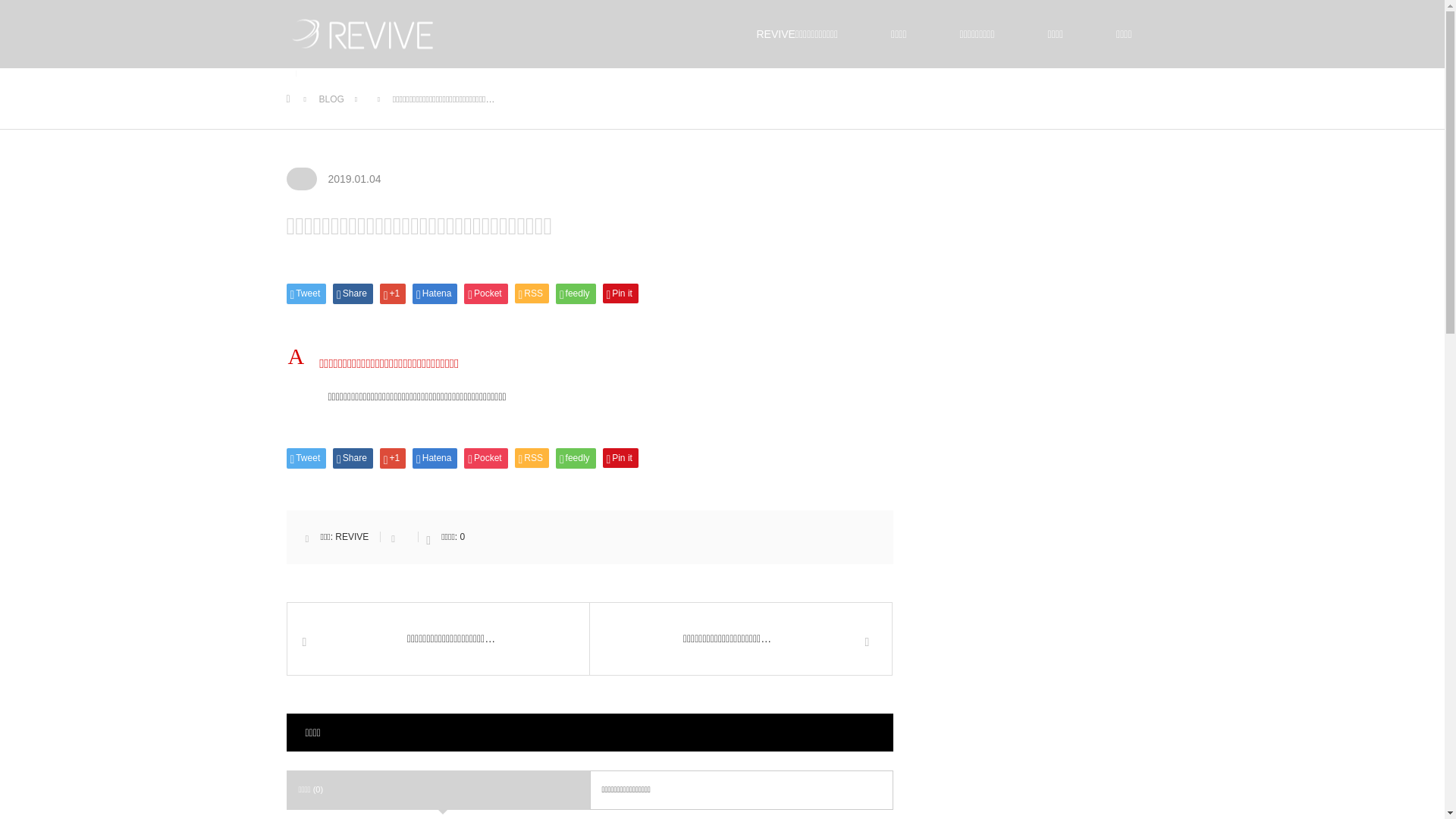 This screenshot has height=819, width=1456. What do you see at coordinates (532, 457) in the screenshot?
I see `'RSS'` at bounding box center [532, 457].